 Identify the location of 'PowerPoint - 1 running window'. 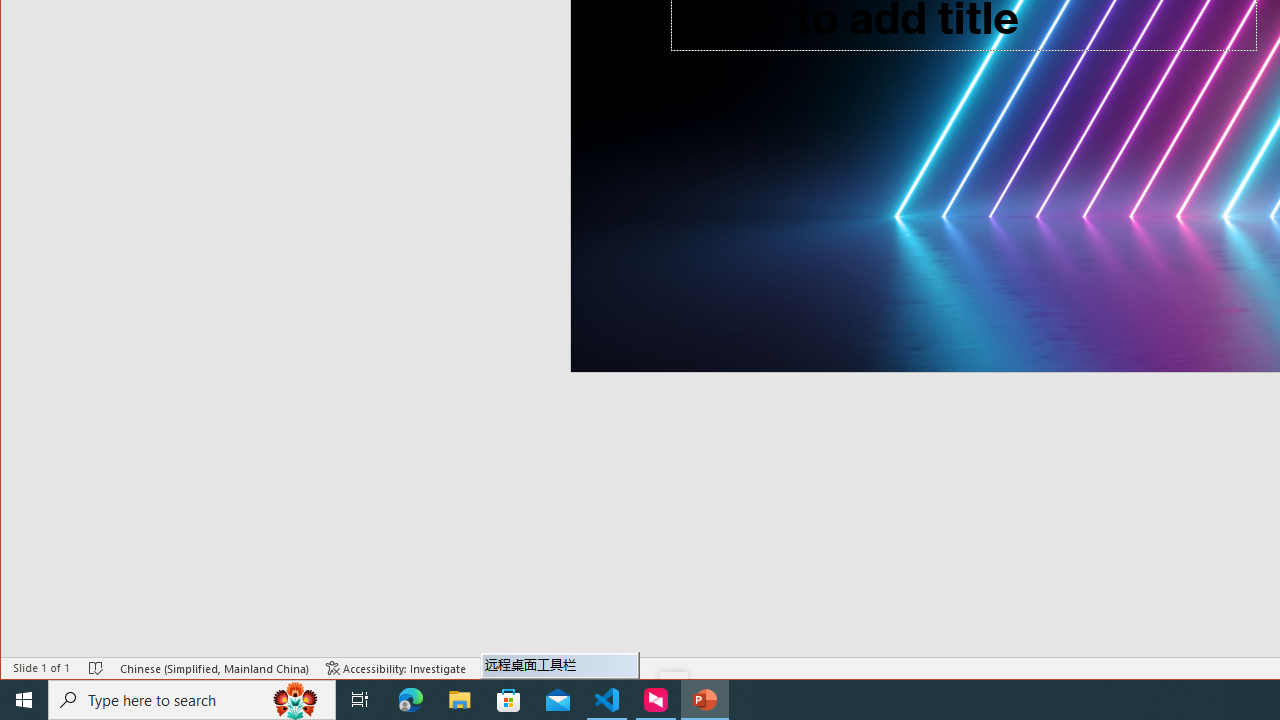
(705, 698).